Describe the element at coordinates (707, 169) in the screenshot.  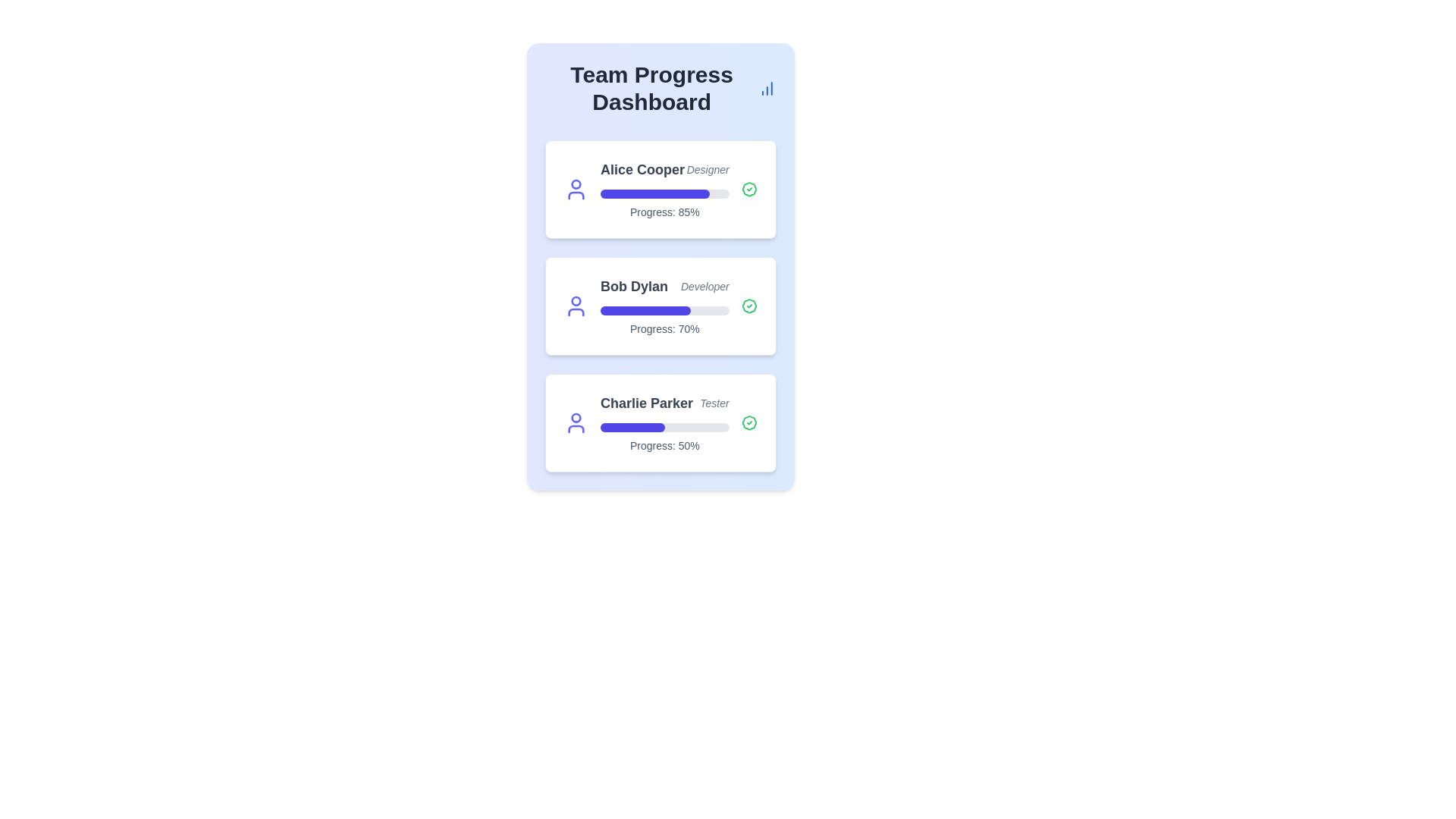
I see `role information from the text label 'Designer', which is a small, gray, italicized descriptor positioned next to 'Alice Cooper'` at that location.